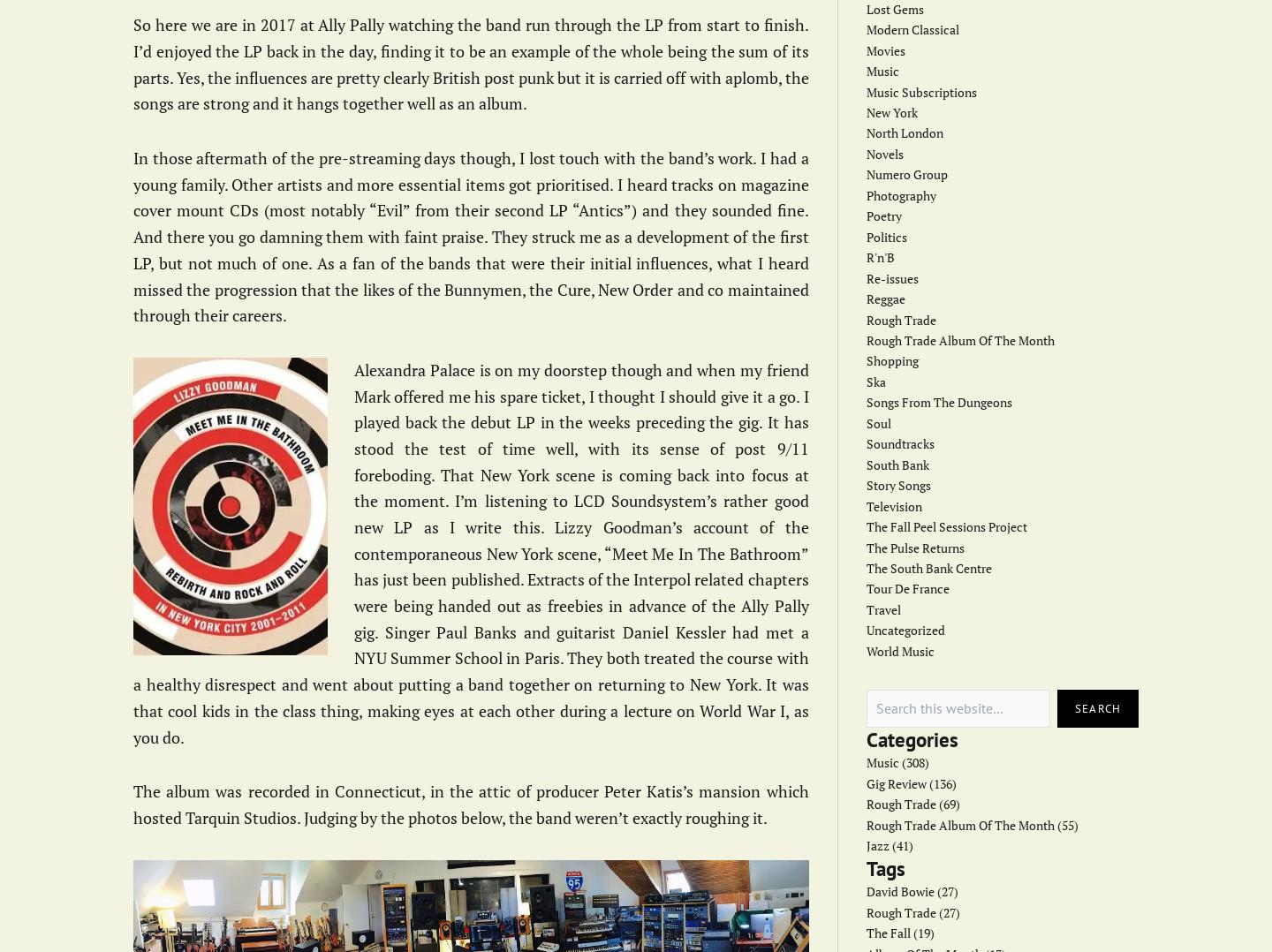 Image resolution: width=1272 pixels, height=952 pixels. Describe the element at coordinates (469, 64) in the screenshot. I see `'So here we are in 2017 at Ally Pally watching the band run through the LP from start to finish. I’d enjoyed the LP back in the day, finding it to be an example of the whole being the sum of its parts. Yes, the influences are pretty clearly British post punk but it is carried off with aplomb, the songs are strong and it hangs together well as an album.'` at that location.